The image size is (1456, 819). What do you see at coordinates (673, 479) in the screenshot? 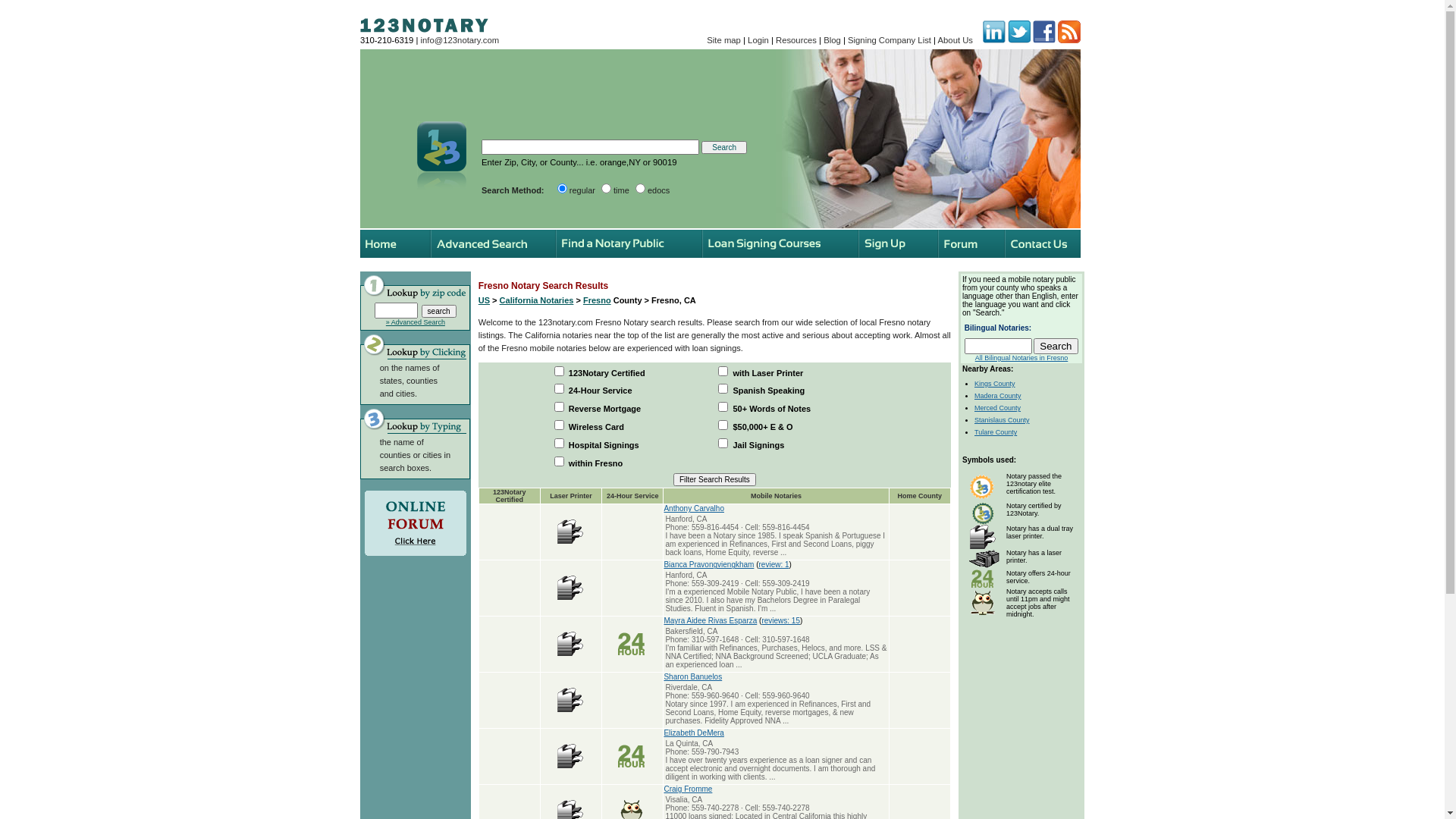
I see `'Filter Search Results'` at bounding box center [673, 479].